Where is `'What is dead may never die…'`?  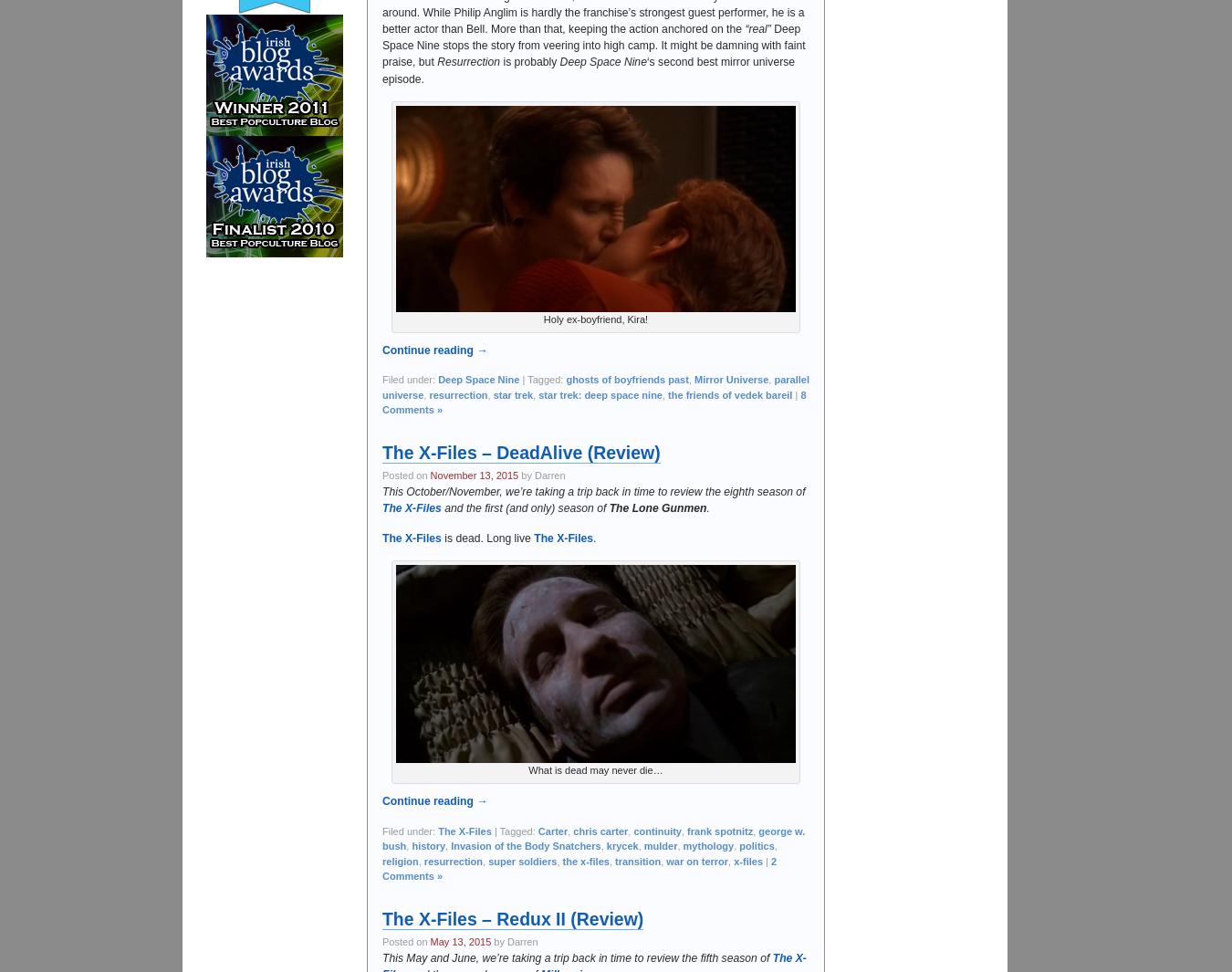
'What is dead may never die…' is located at coordinates (595, 770).